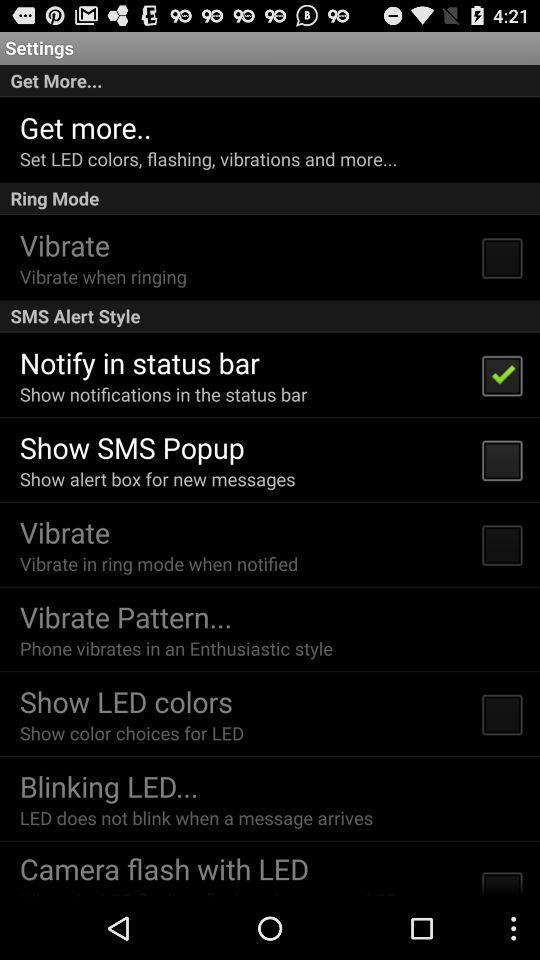 This screenshot has height=960, width=540. I want to click on item below the vibrate in ring icon, so click(125, 615).